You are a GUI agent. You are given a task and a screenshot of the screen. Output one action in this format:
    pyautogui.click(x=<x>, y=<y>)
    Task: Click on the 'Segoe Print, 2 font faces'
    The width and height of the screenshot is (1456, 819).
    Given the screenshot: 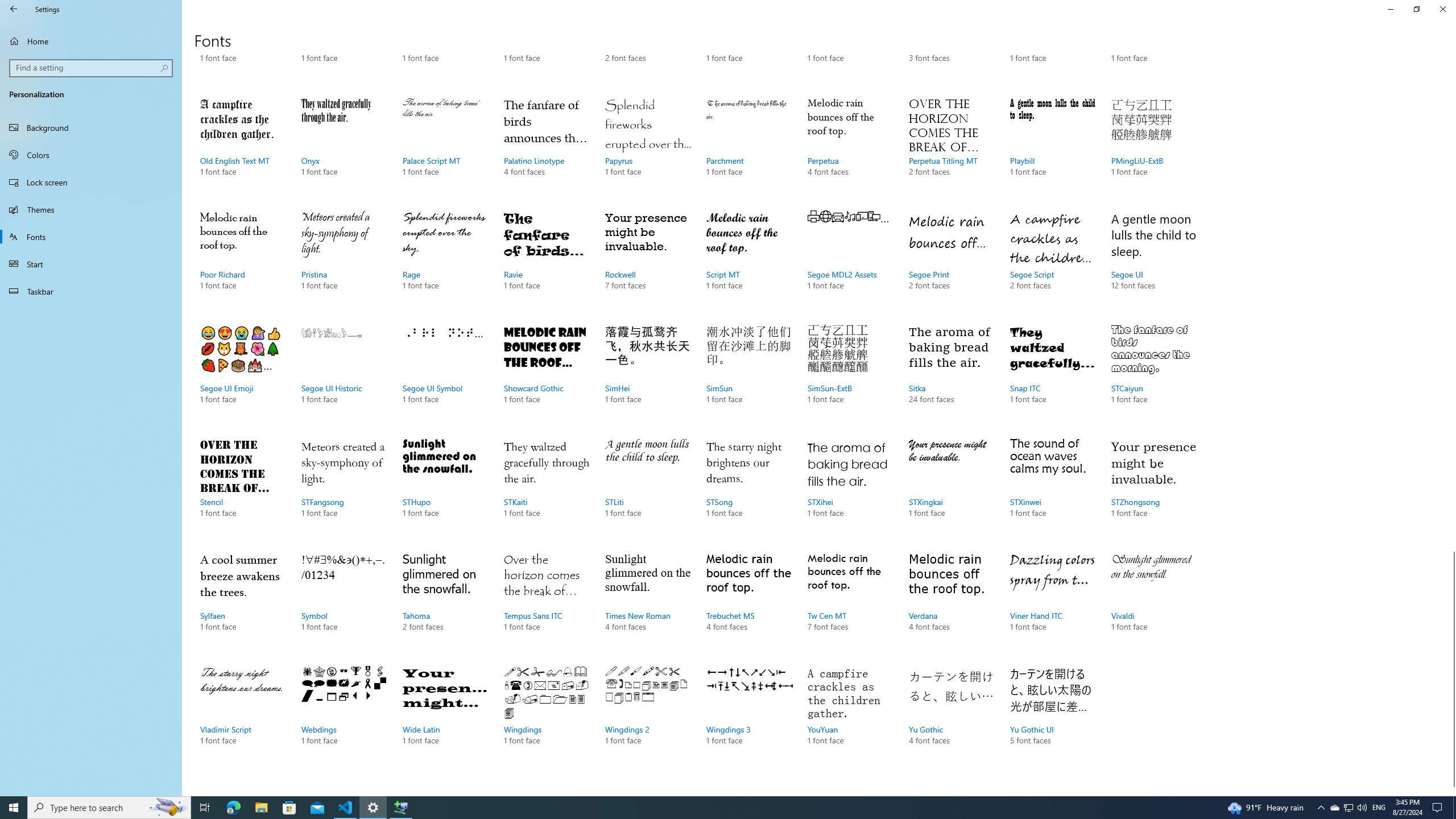 What is the action you would take?
    pyautogui.click(x=950, y=262)
    